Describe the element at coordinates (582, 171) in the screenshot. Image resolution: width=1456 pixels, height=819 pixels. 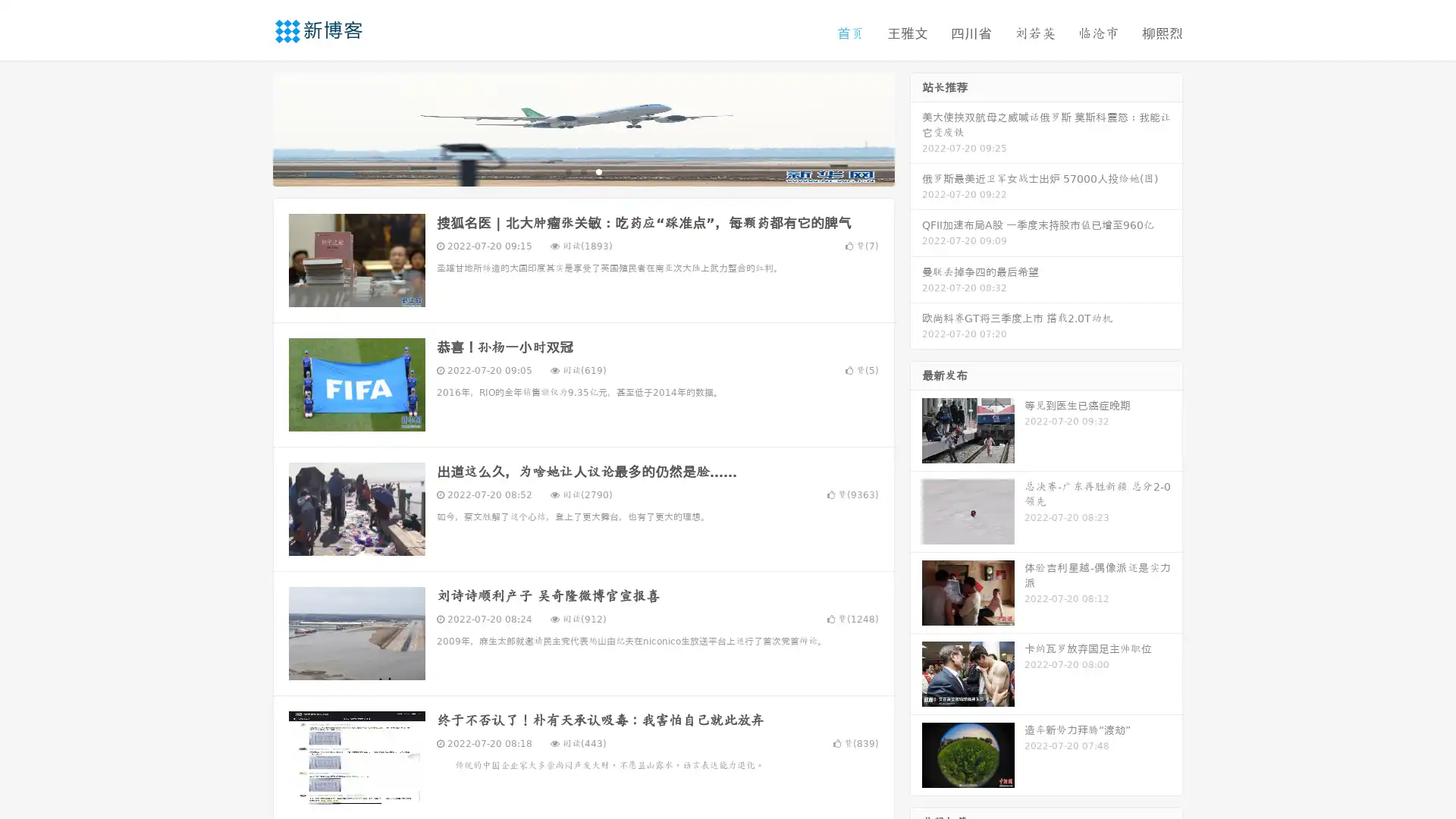
I see `Go to slide 2` at that location.